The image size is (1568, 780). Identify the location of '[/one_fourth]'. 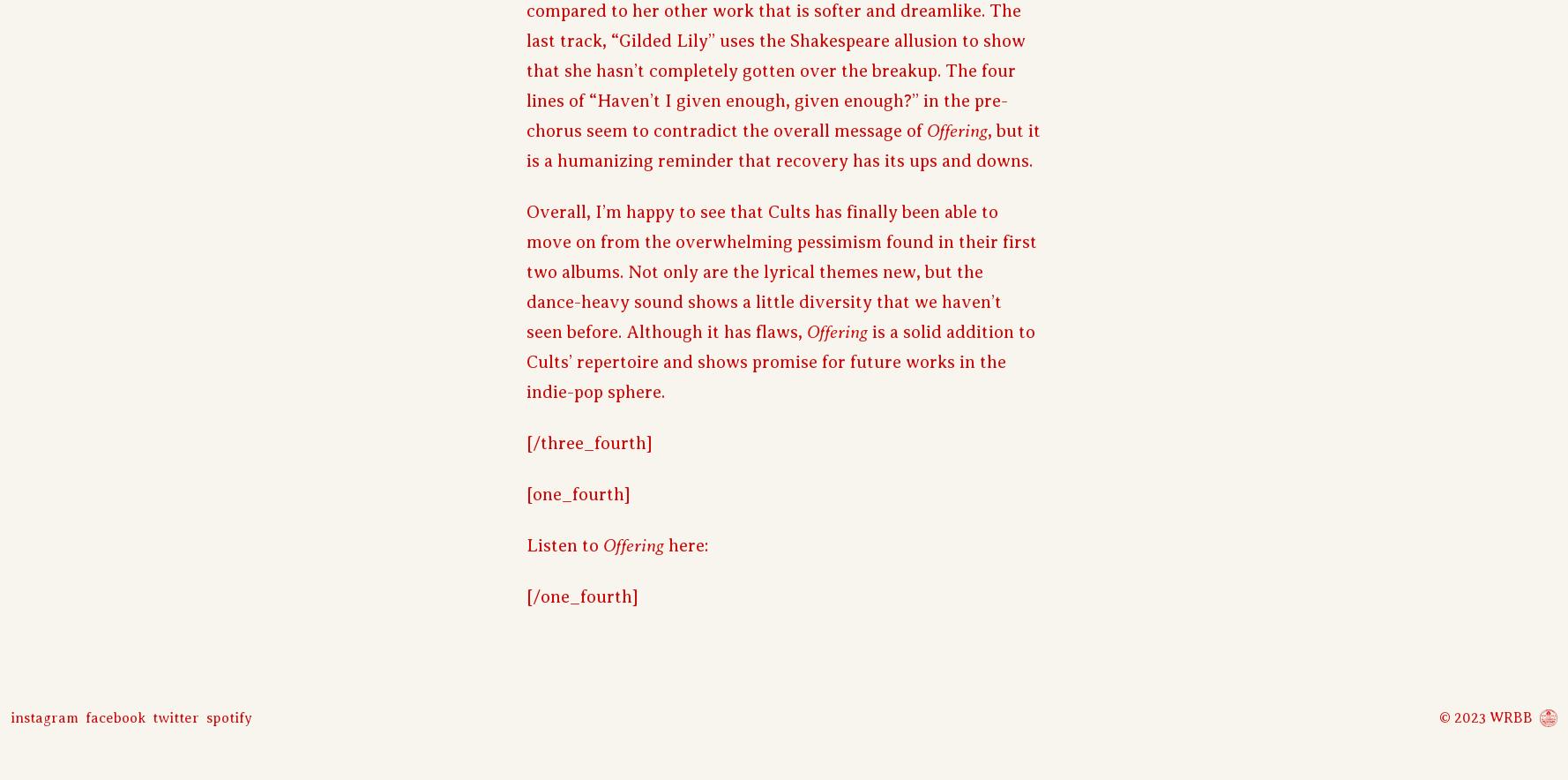
(582, 596).